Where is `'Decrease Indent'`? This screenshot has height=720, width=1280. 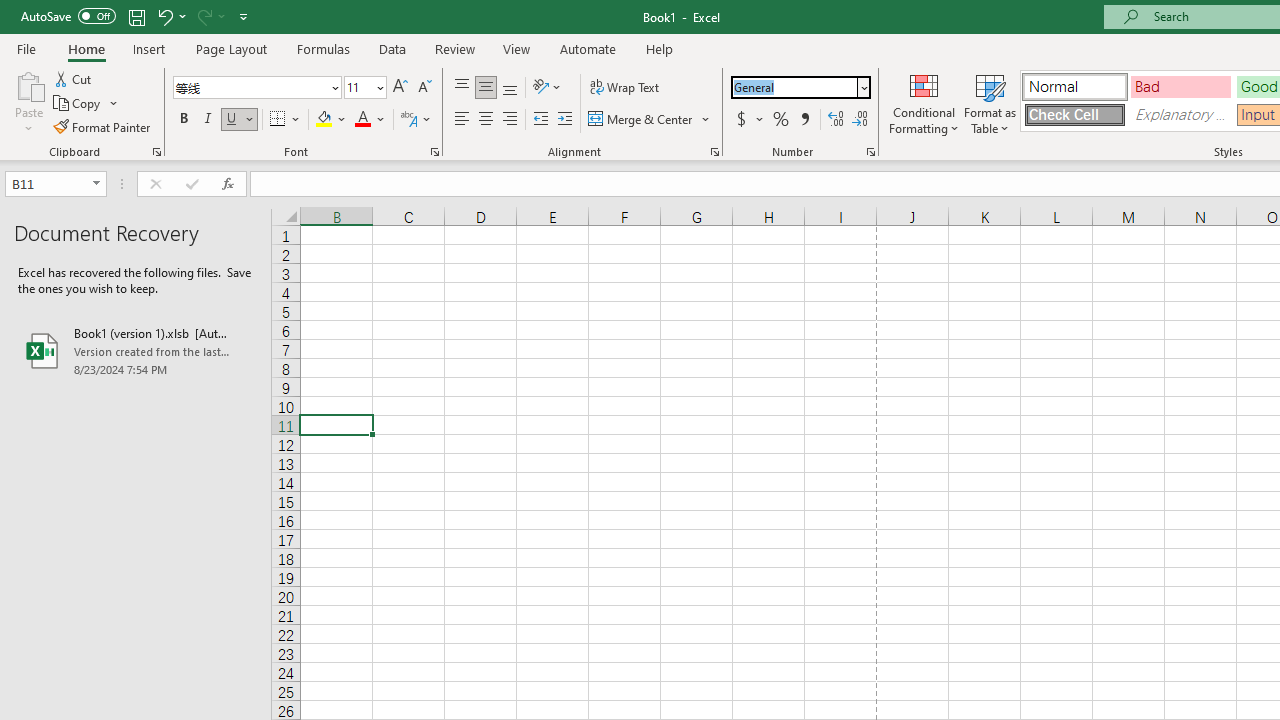
'Decrease Indent' is located at coordinates (540, 119).